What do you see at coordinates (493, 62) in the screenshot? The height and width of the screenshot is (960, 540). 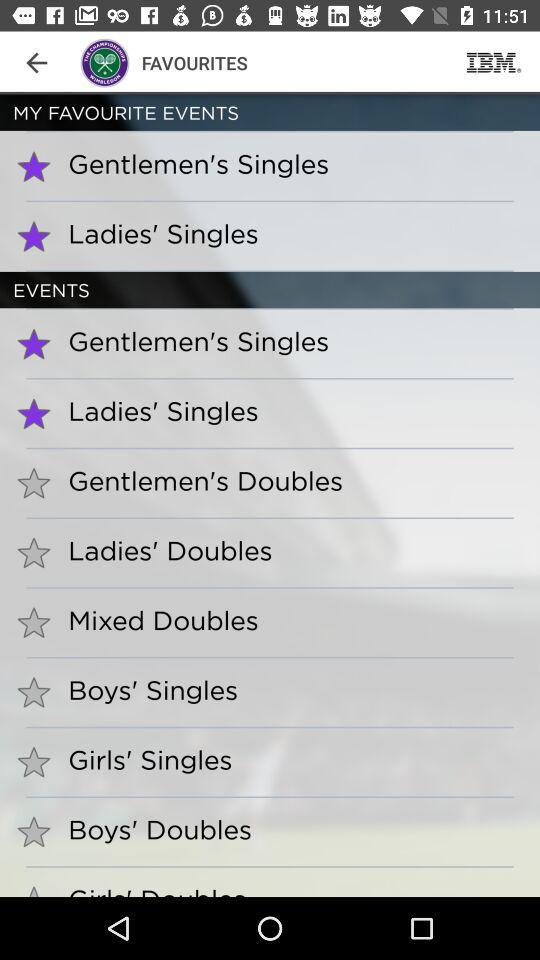 I see `the date_range icon` at bounding box center [493, 62].